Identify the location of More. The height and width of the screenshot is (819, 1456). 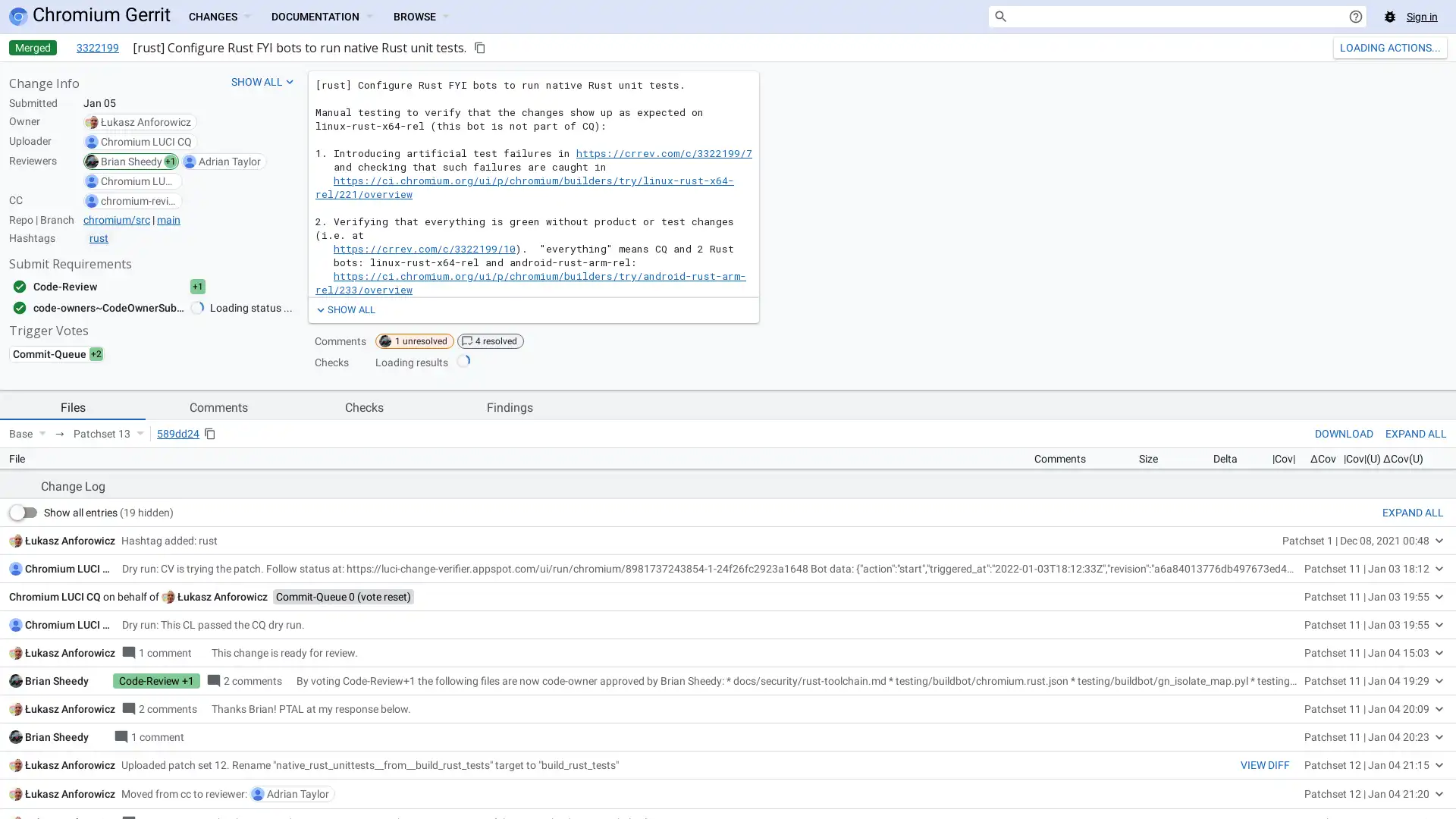
(1436, 46).